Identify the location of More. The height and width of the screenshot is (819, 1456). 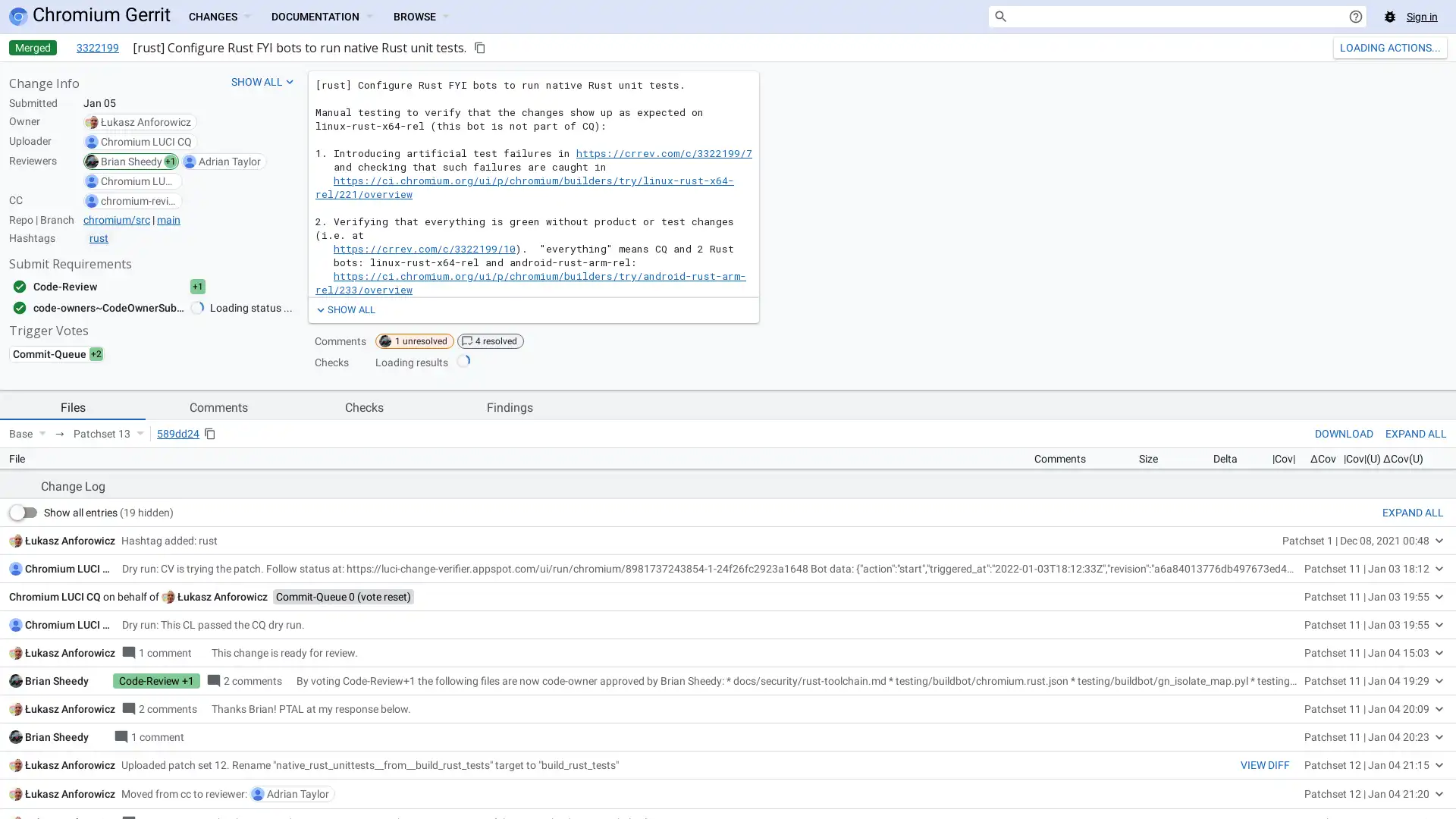
(1436, 46).